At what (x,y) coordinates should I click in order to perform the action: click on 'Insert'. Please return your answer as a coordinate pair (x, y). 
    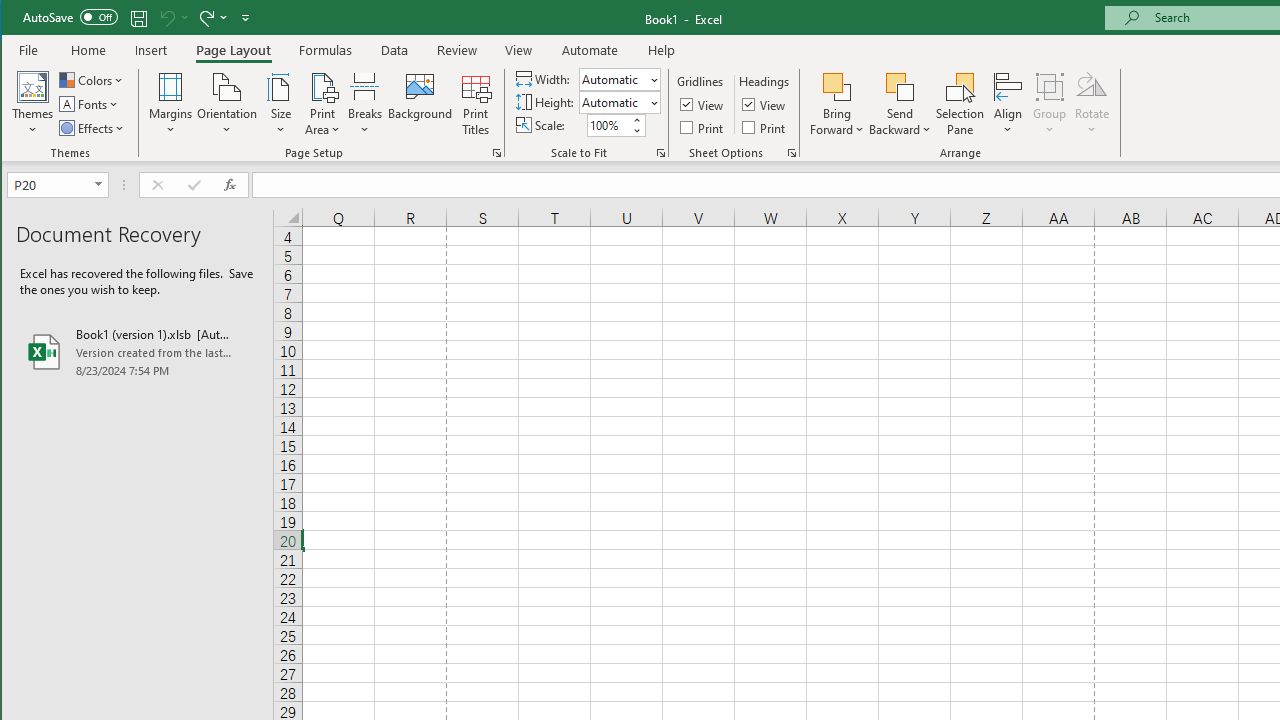
    Looking at the image, I should click on (150, 49).